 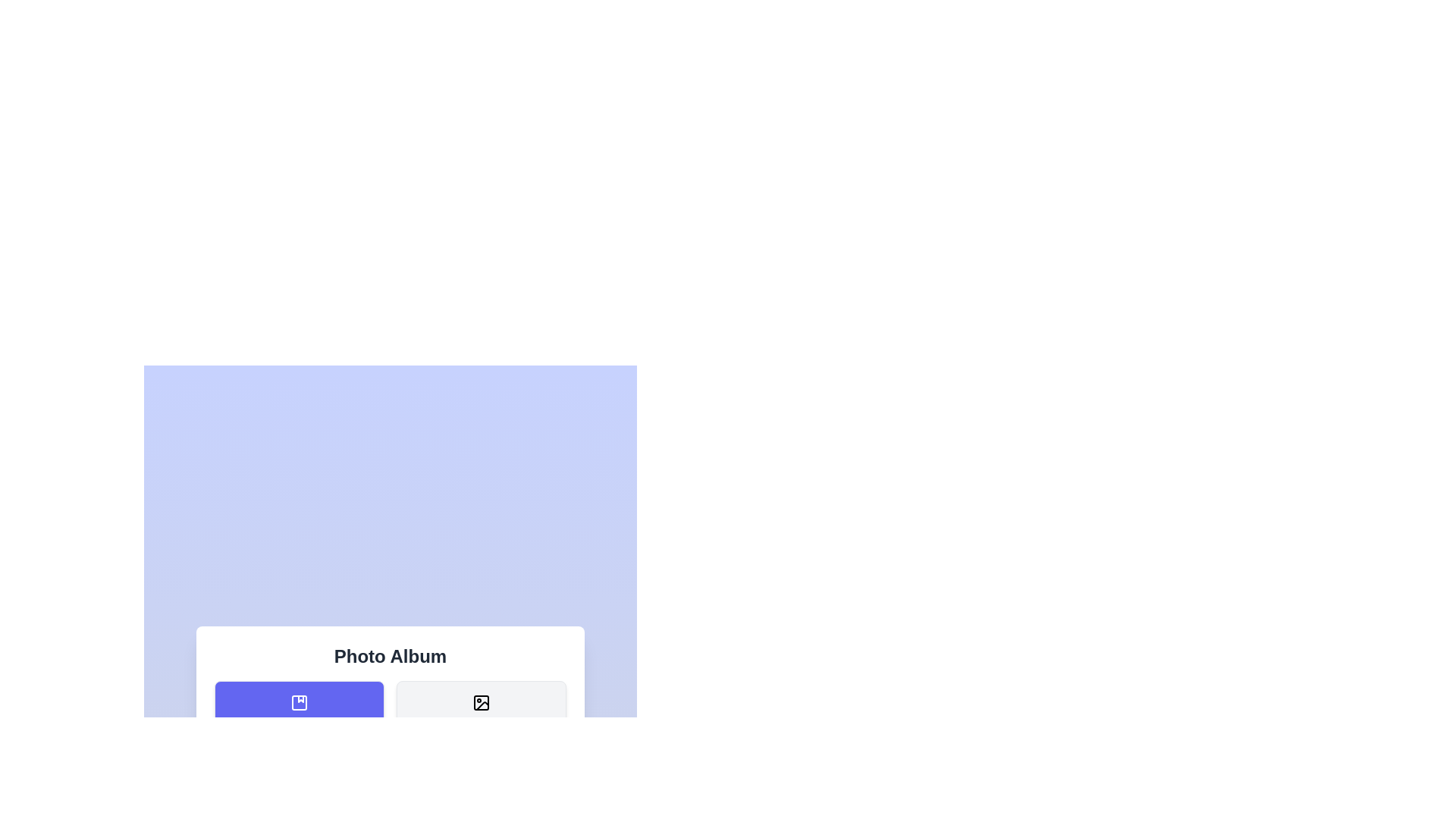 What do you see at coordinates (299, 714) in the screenshot?
I see `the Albums button to navigate to the corresponding tab` at bounding box center [299, 714].